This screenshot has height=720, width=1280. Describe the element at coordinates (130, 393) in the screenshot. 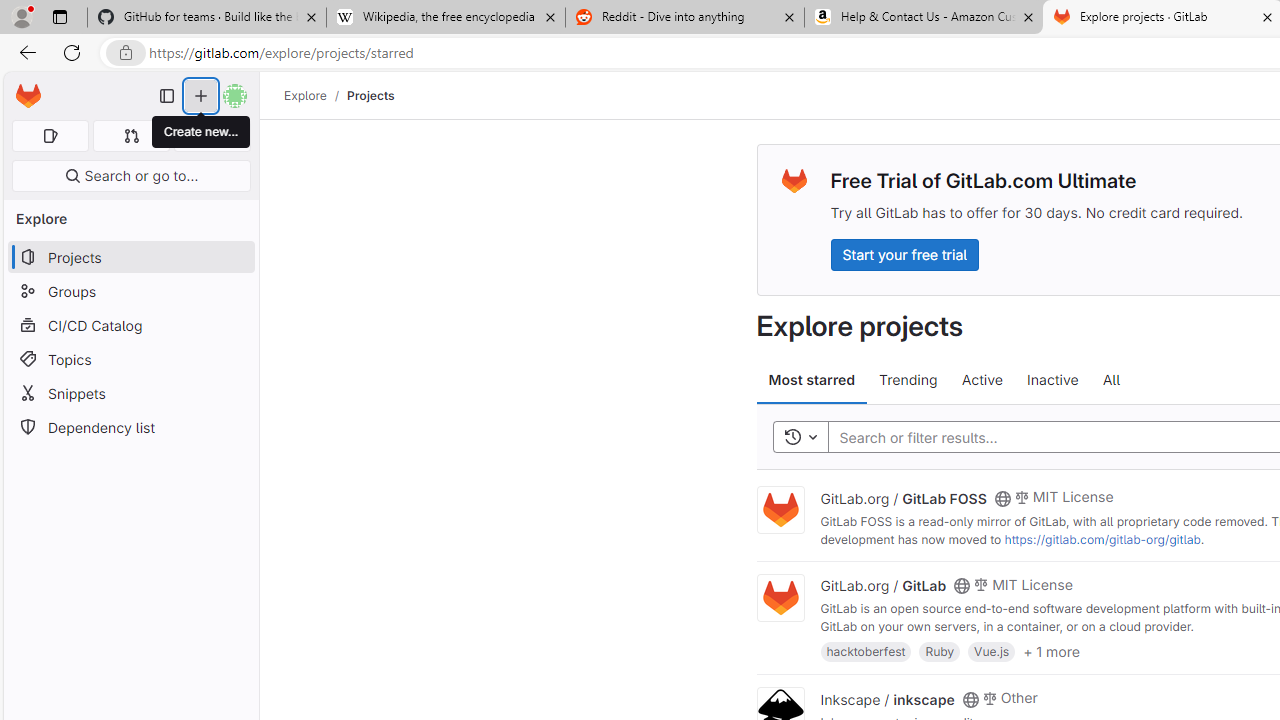

I see `'Snippets'` at that location.